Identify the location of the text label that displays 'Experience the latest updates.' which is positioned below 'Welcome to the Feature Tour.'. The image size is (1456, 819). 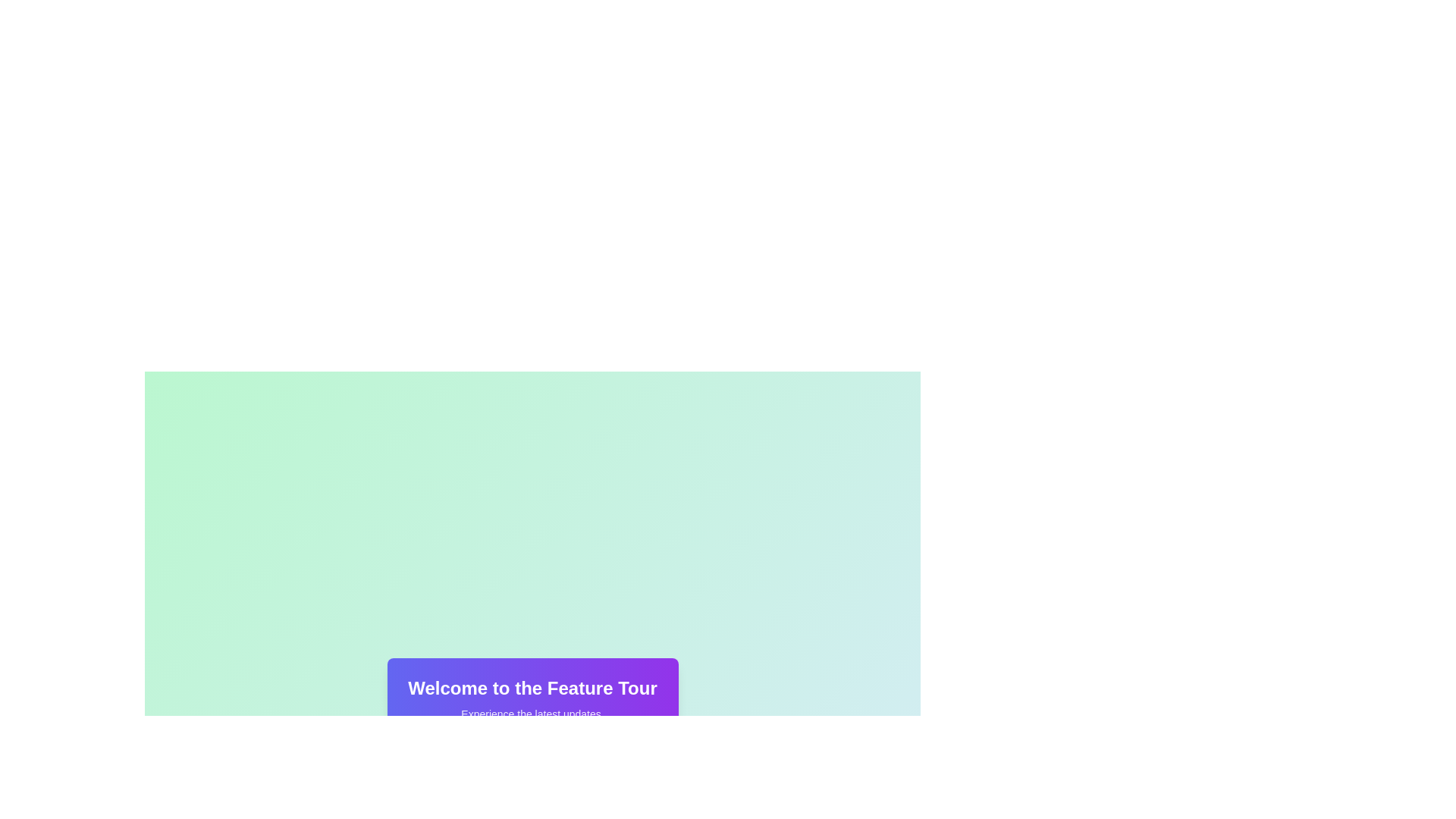
(532, 714).